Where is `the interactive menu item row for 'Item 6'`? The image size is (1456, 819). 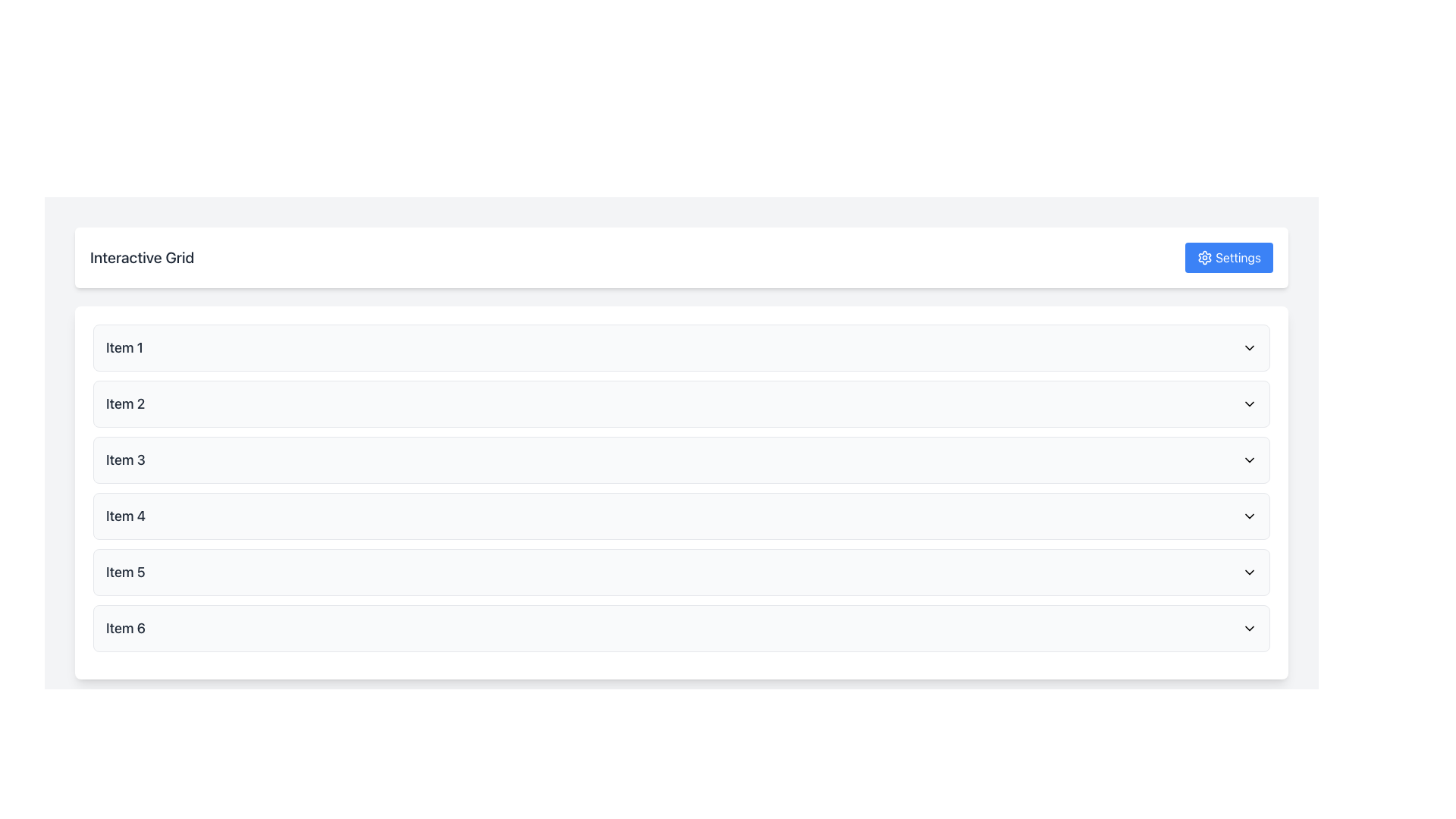 the interactive menu item row for 'Item 6' is located at coordinates (680, 629).